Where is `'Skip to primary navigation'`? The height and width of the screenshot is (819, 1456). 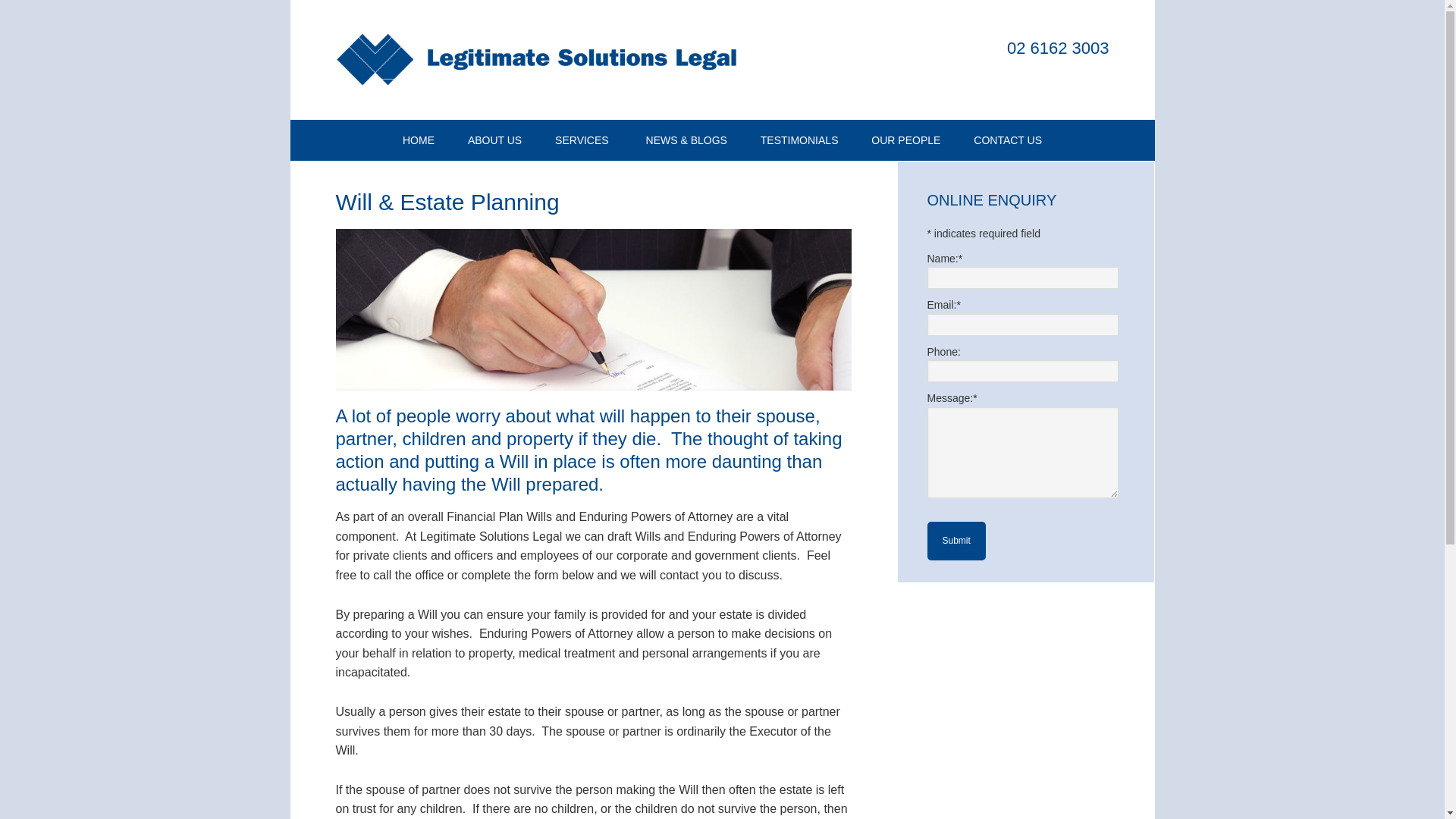 'Skip to primary navigation' is located at coordinates (290, 0).